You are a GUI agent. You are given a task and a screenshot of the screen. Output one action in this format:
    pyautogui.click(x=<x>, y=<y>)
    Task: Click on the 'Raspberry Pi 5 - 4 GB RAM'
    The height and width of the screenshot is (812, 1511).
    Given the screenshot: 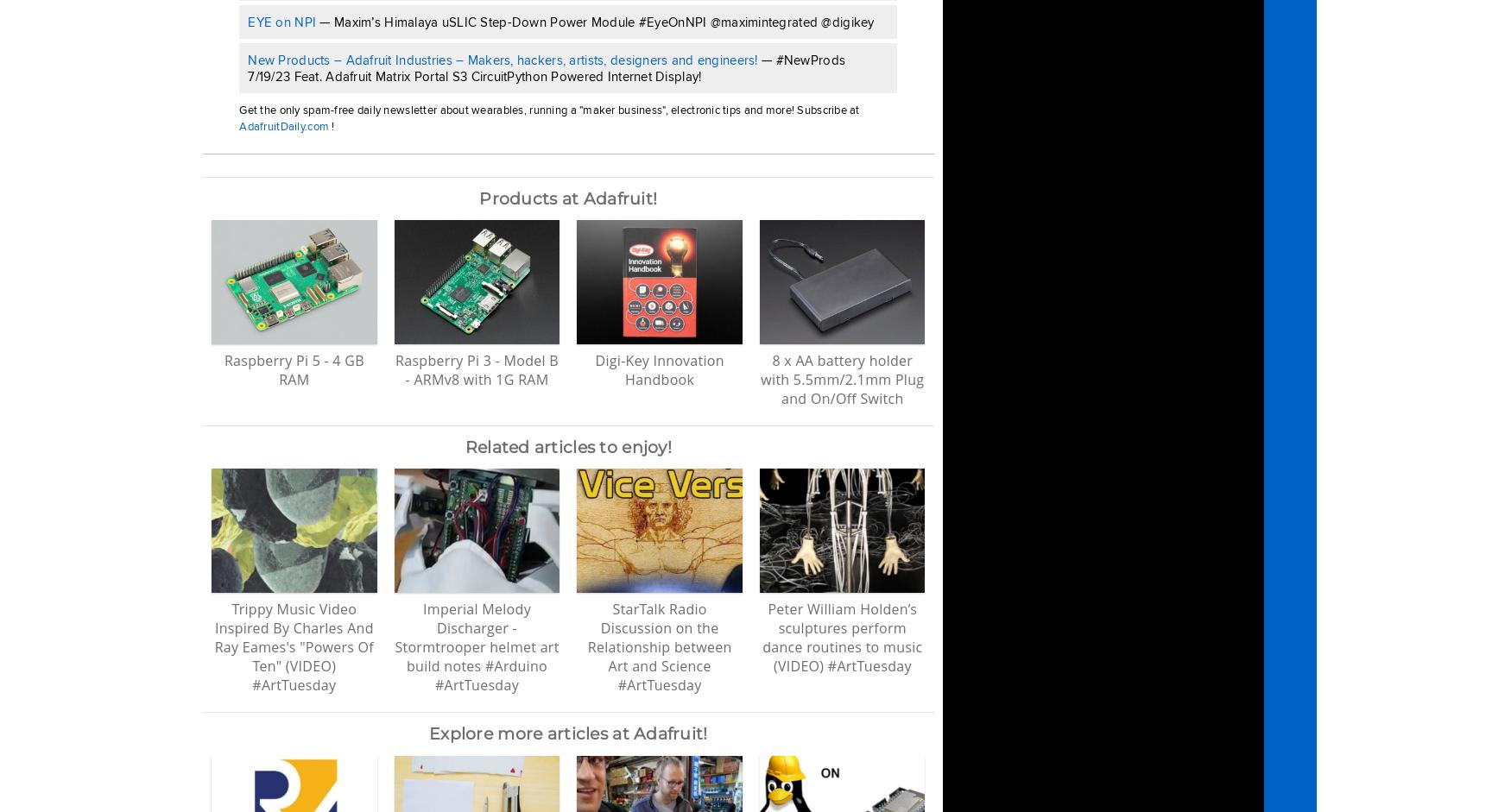 What is the action you would take?
    pyautogui.click(x=294, y=368)
    